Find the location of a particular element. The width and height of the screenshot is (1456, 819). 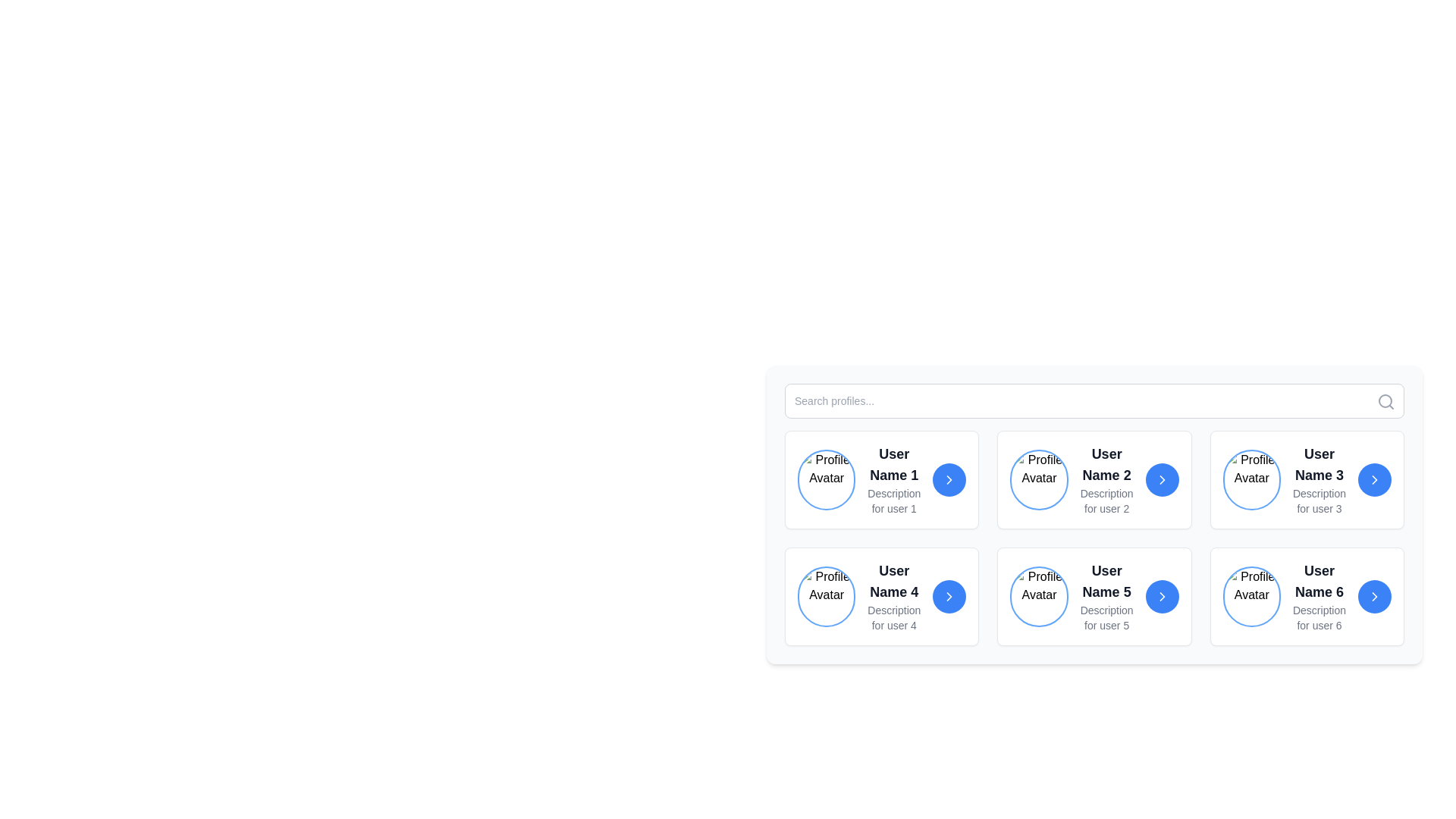

text block displaying 'User Name 3' in bold and large font, located in the rightmost column of the top row within the user profile segment is located at coordinates (1318, 464).